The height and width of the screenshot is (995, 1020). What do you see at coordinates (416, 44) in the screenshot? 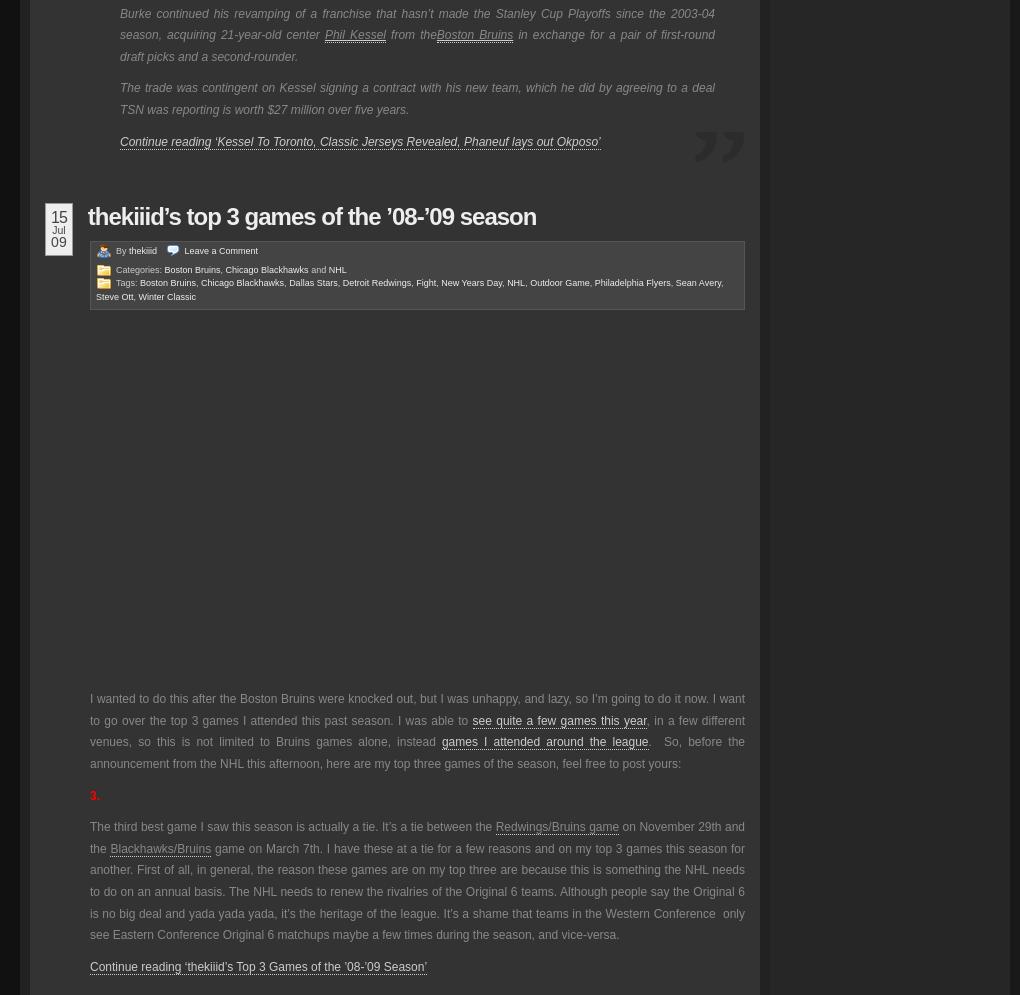
I see `'in exchange for a pair of first-round draft picks and a second-rounder.'` at bounding box center [416, 44].